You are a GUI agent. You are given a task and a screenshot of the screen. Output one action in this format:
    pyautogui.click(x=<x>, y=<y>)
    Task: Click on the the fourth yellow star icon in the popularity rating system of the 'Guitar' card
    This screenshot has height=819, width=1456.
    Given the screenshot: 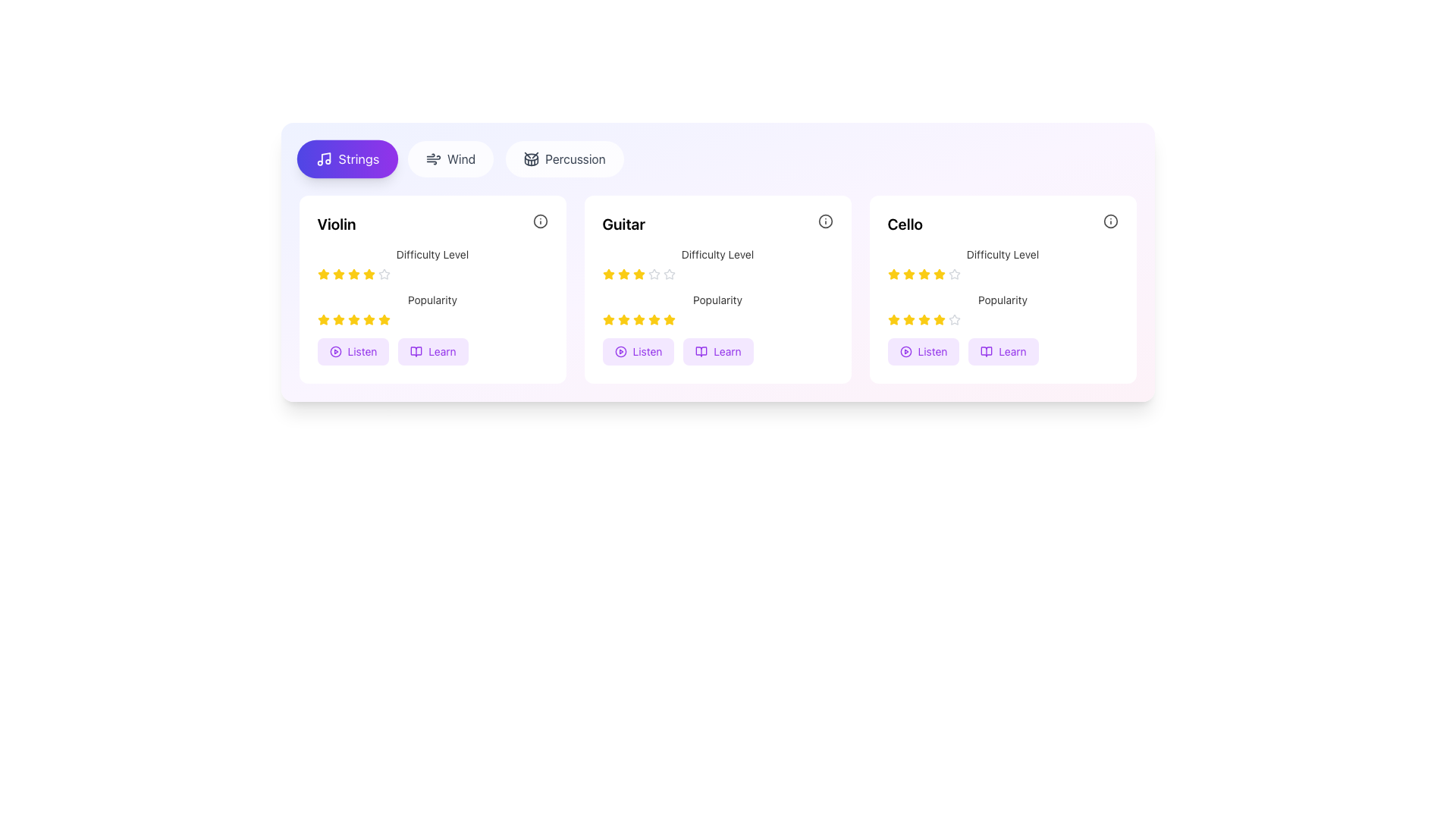 What is the action you would take?
    pyautogui.click(x=654, y=318)
    